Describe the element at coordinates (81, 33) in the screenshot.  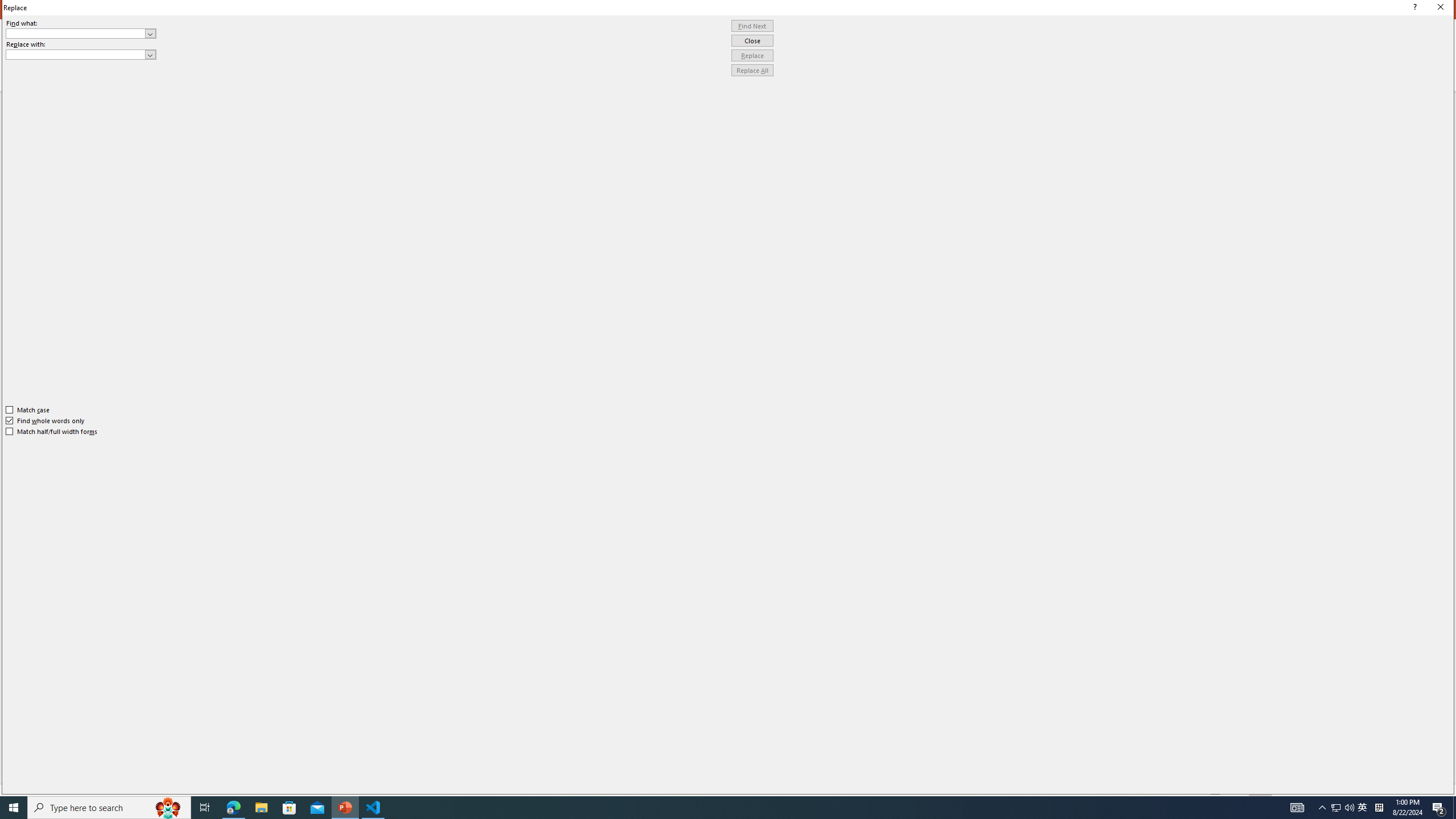
I see `'Find what'` at that location.